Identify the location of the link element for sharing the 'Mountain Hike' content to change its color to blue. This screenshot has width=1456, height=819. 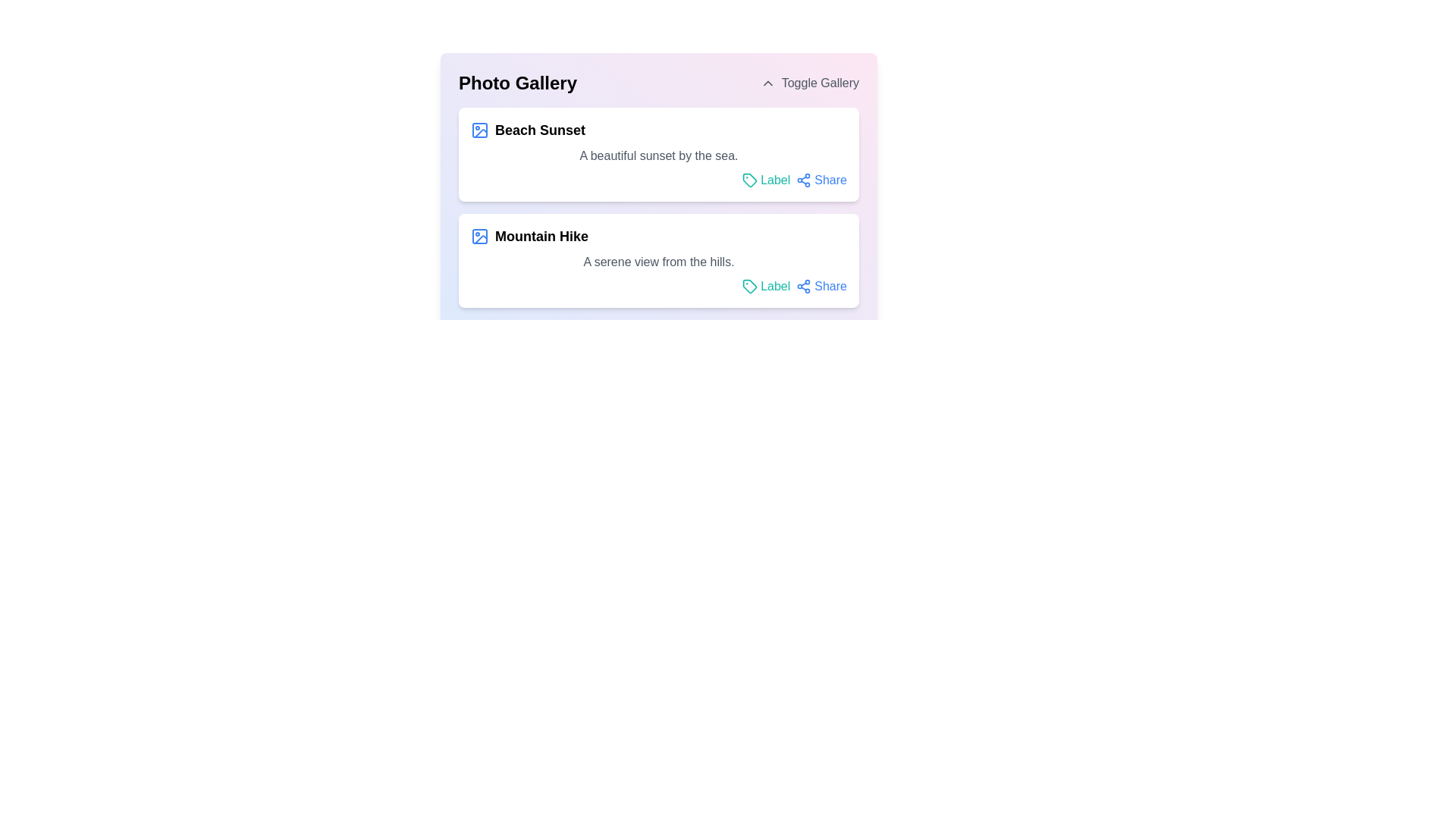
(821, 287).